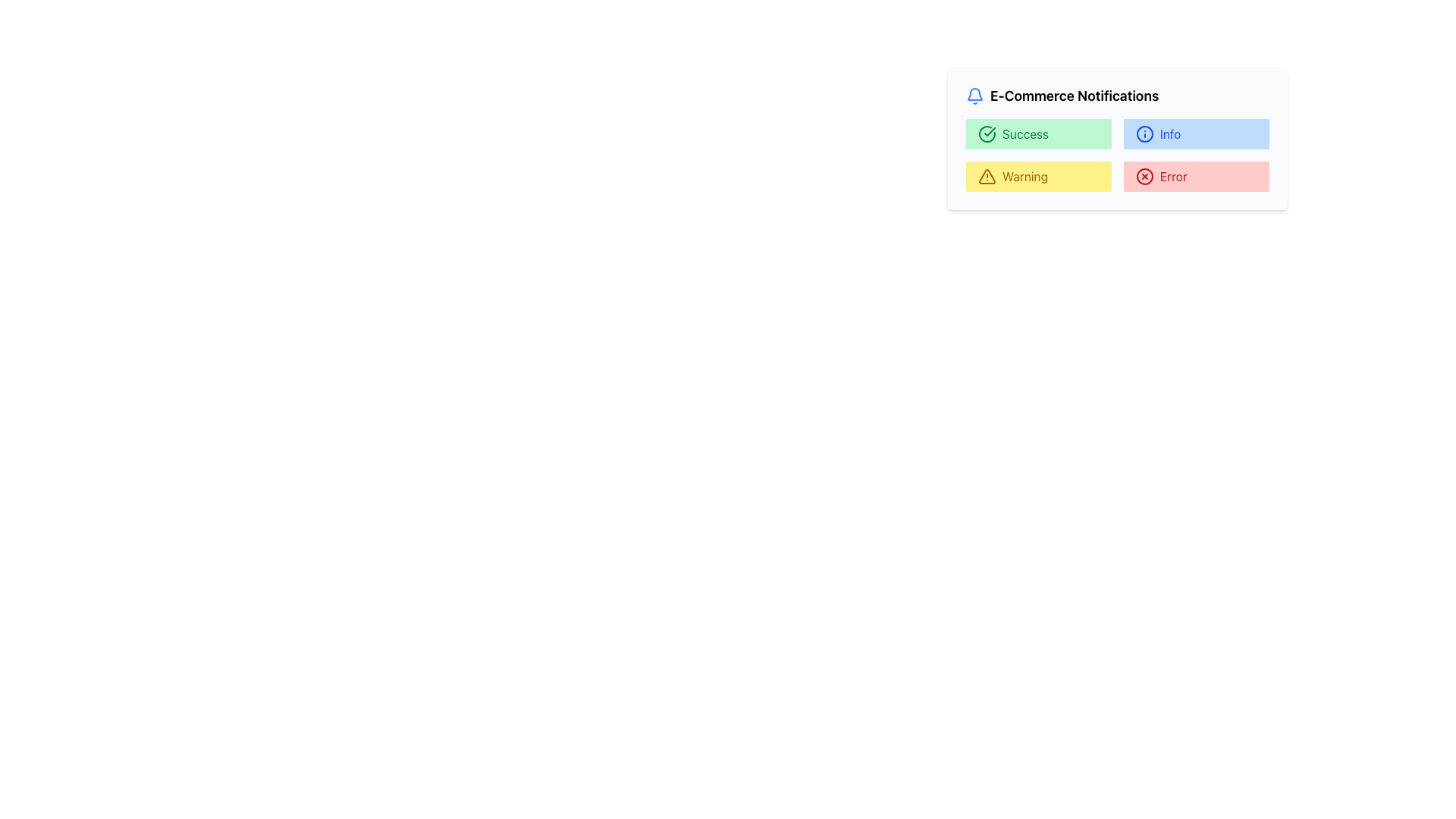 Image resolution: width=1456 pixels, height=819 pixels. Describe the element at coordinates (975, 94) in the screenshot. I see `the bottom part of the notification bell icon located in the top-left corner of the notification panel` at that location.